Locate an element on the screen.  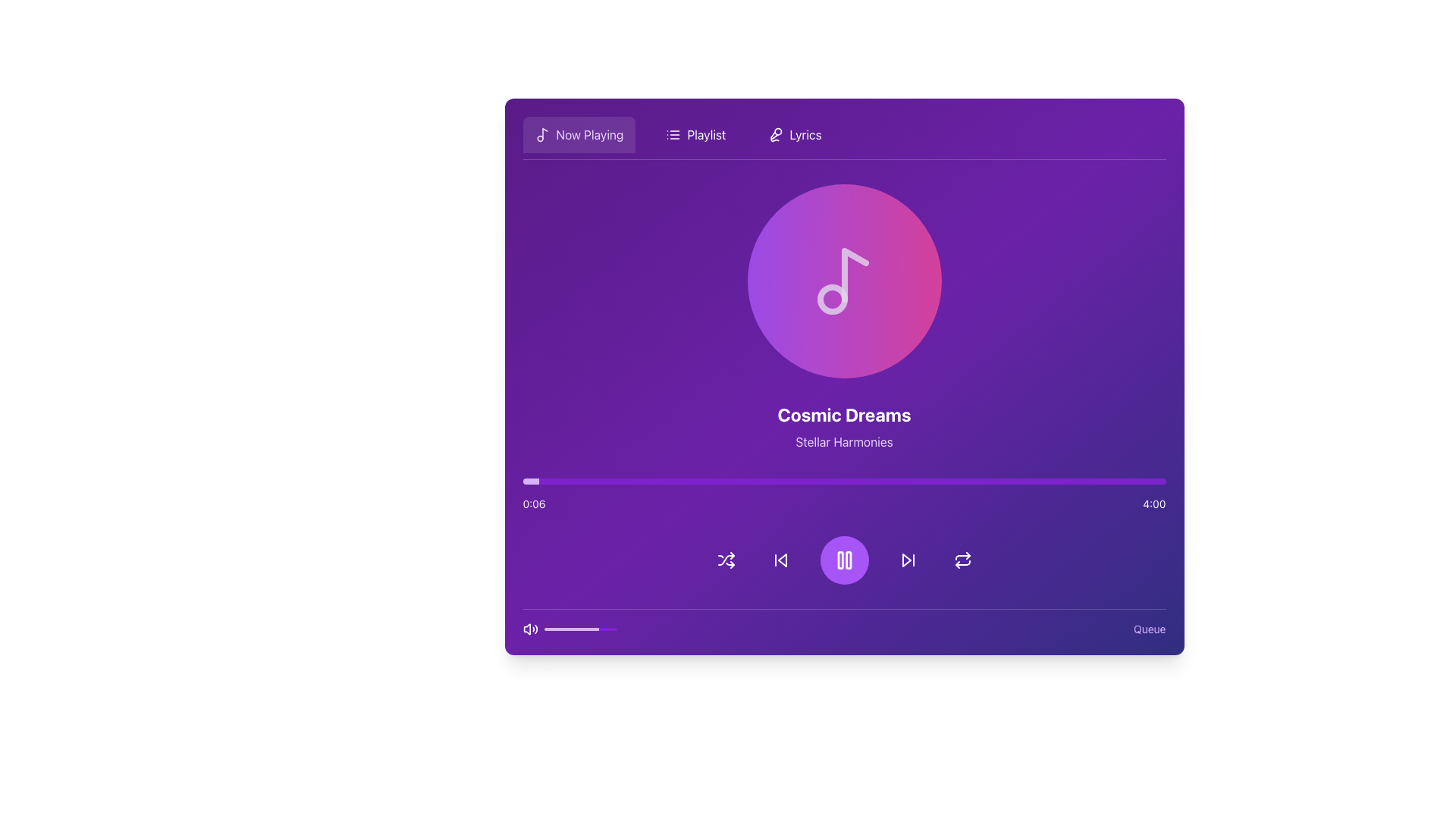
the playback position is located at coordinates (900, 482).